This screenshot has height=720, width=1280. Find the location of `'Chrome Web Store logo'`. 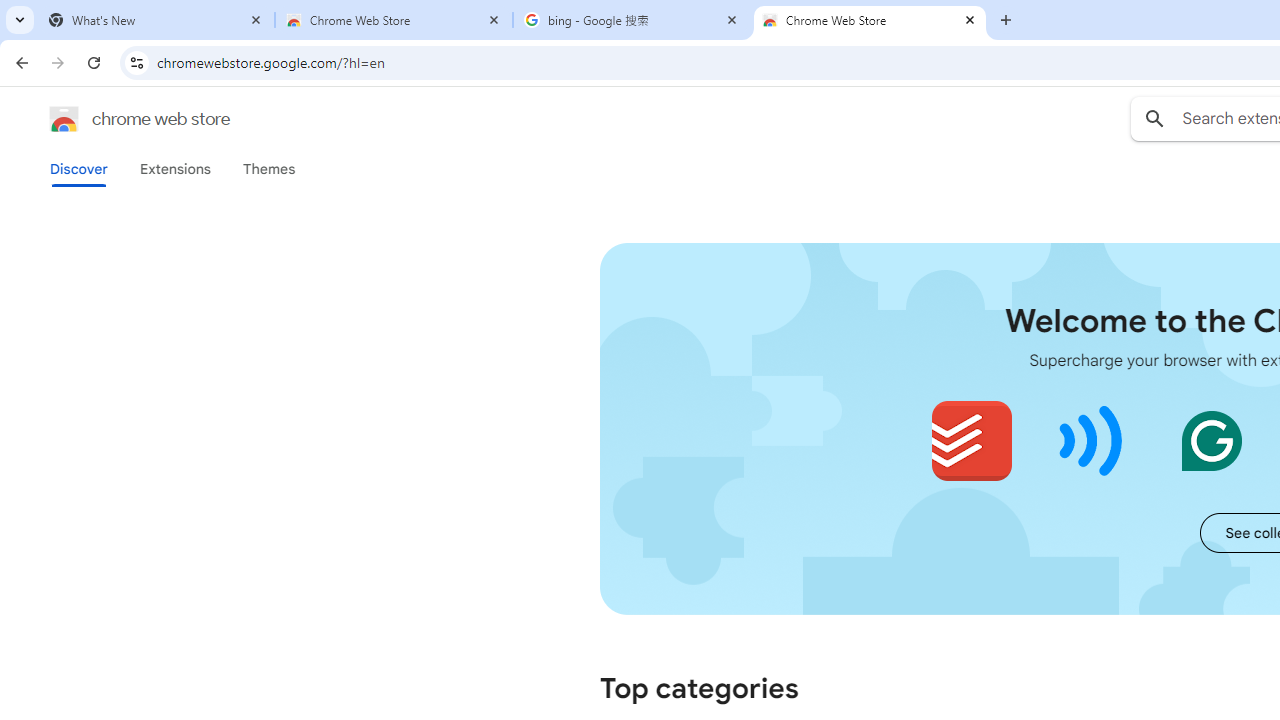

'Chrome Web Store logo' is located at coordinates (64, 119).